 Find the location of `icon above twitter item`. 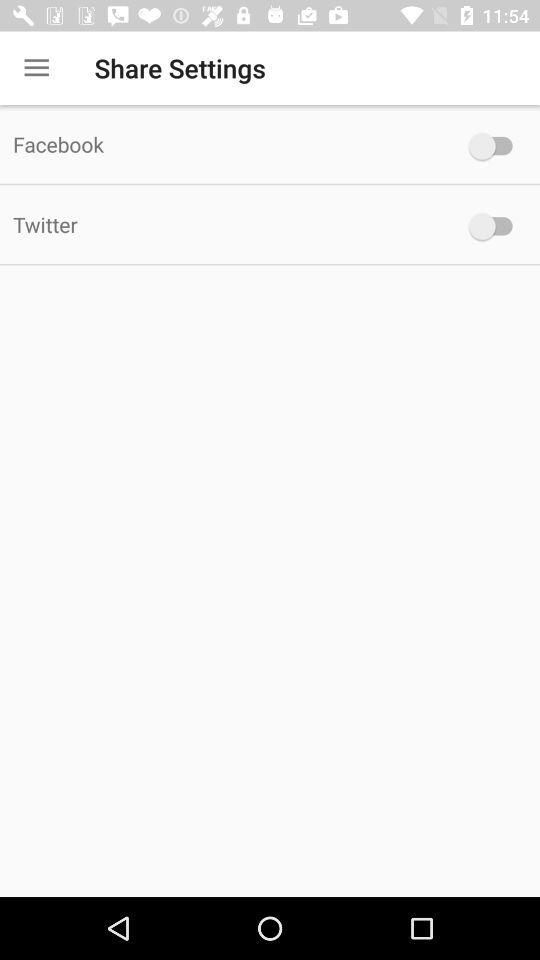

icon above twitter item is located at coordinates (224, 143).